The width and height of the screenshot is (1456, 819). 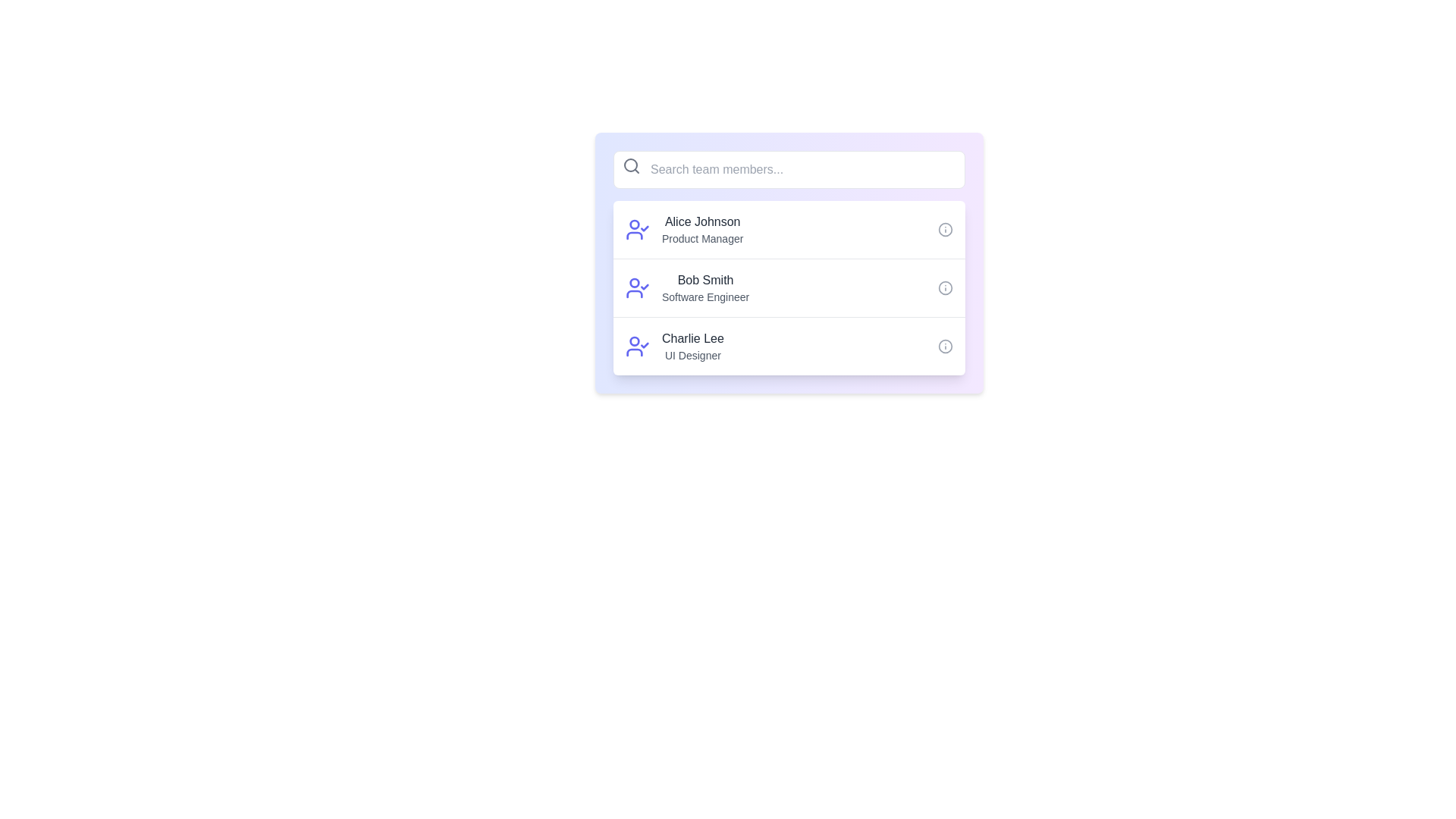 What do you see at coordinates (637, 346) in the screenshot?
I see `the SVG Icon that represents the user 'Charlie Lee' in the team member list, indicating an active status with a checkmark, located in the third list item` at bounding box center [637, 346].